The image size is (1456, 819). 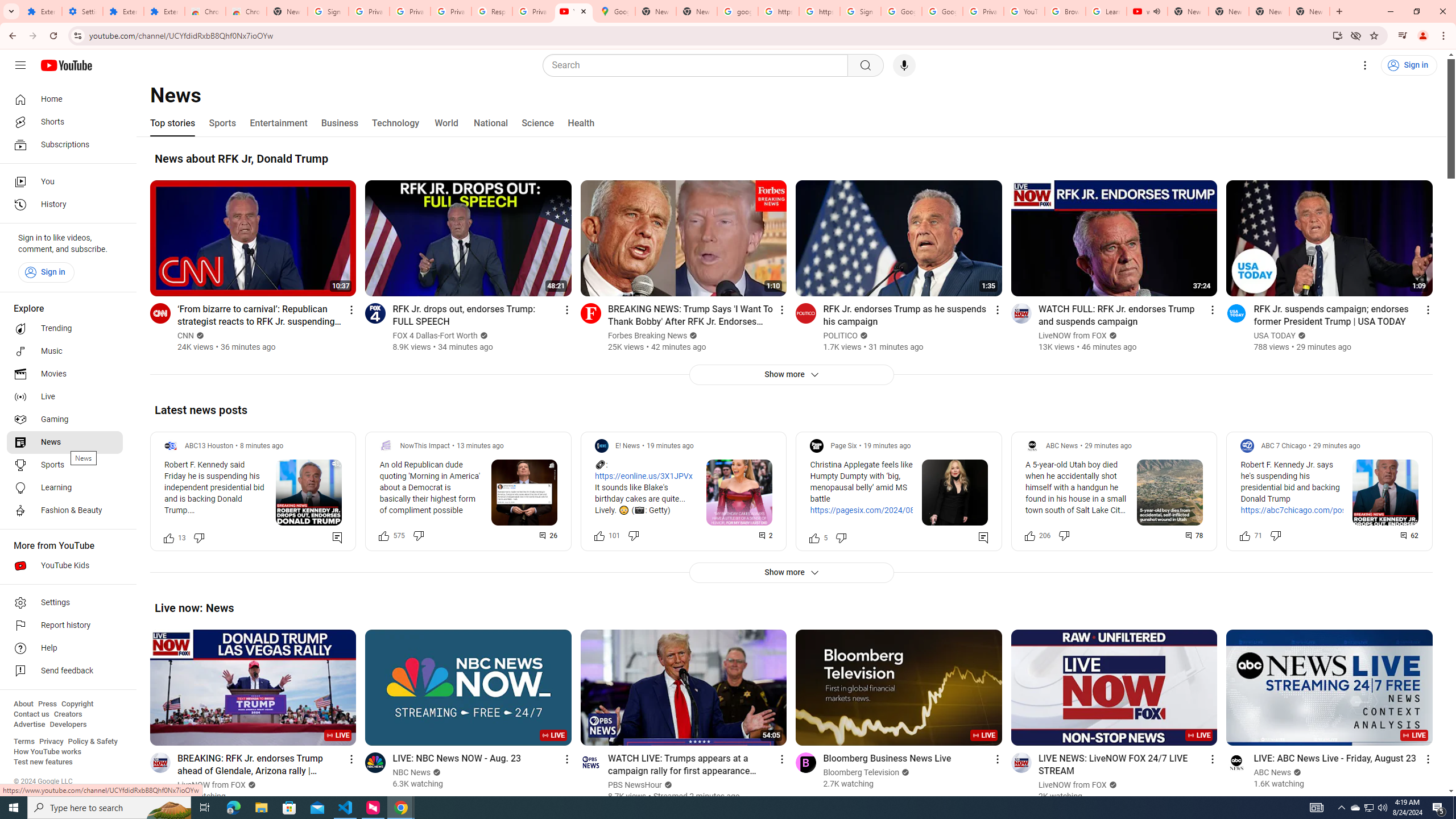 I want to click on 'Press', so click(x=47, y=704).